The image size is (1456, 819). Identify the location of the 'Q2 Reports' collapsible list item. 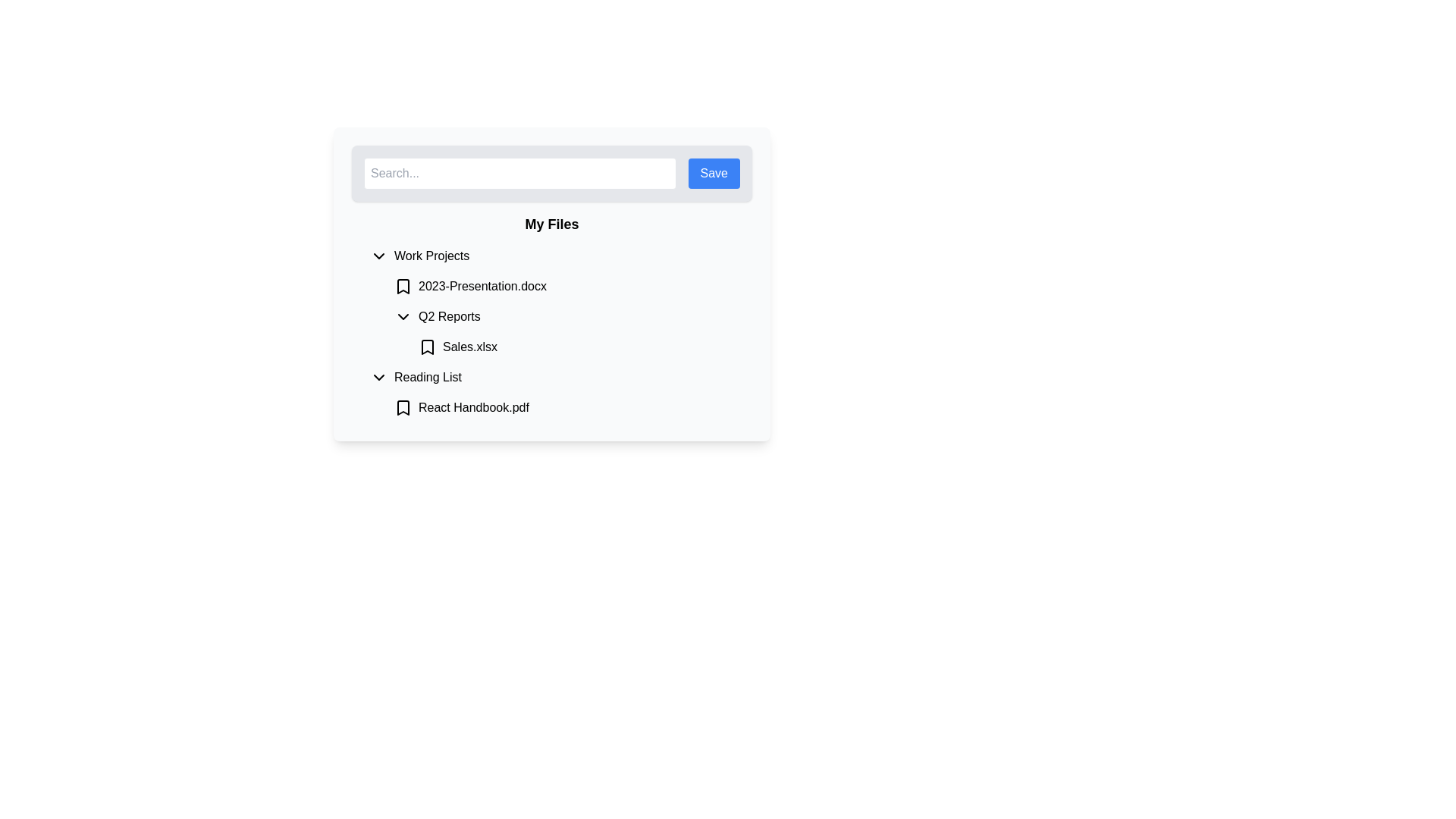
(570, 315).